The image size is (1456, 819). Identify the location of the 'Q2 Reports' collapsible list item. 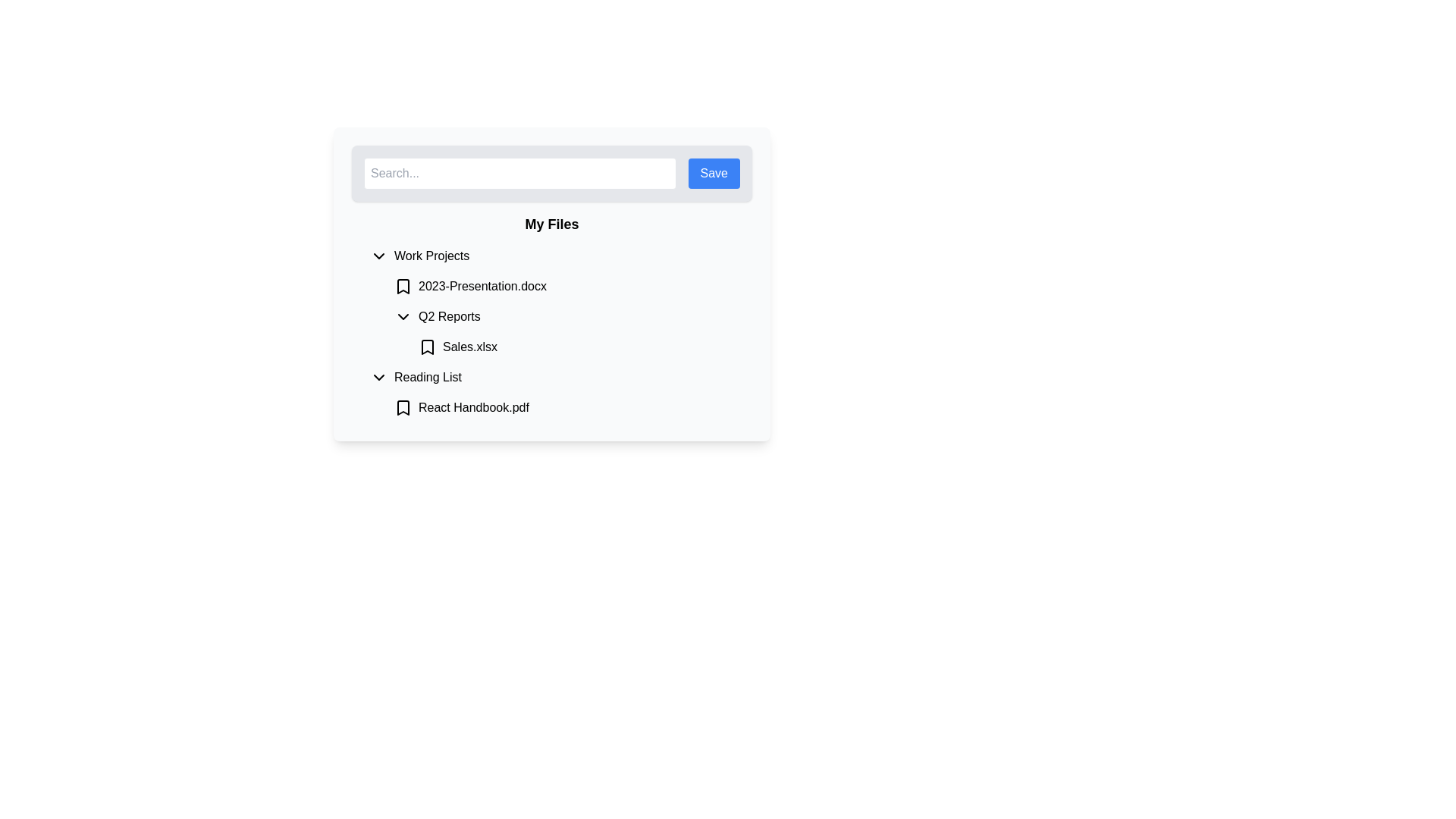
(570, 315).